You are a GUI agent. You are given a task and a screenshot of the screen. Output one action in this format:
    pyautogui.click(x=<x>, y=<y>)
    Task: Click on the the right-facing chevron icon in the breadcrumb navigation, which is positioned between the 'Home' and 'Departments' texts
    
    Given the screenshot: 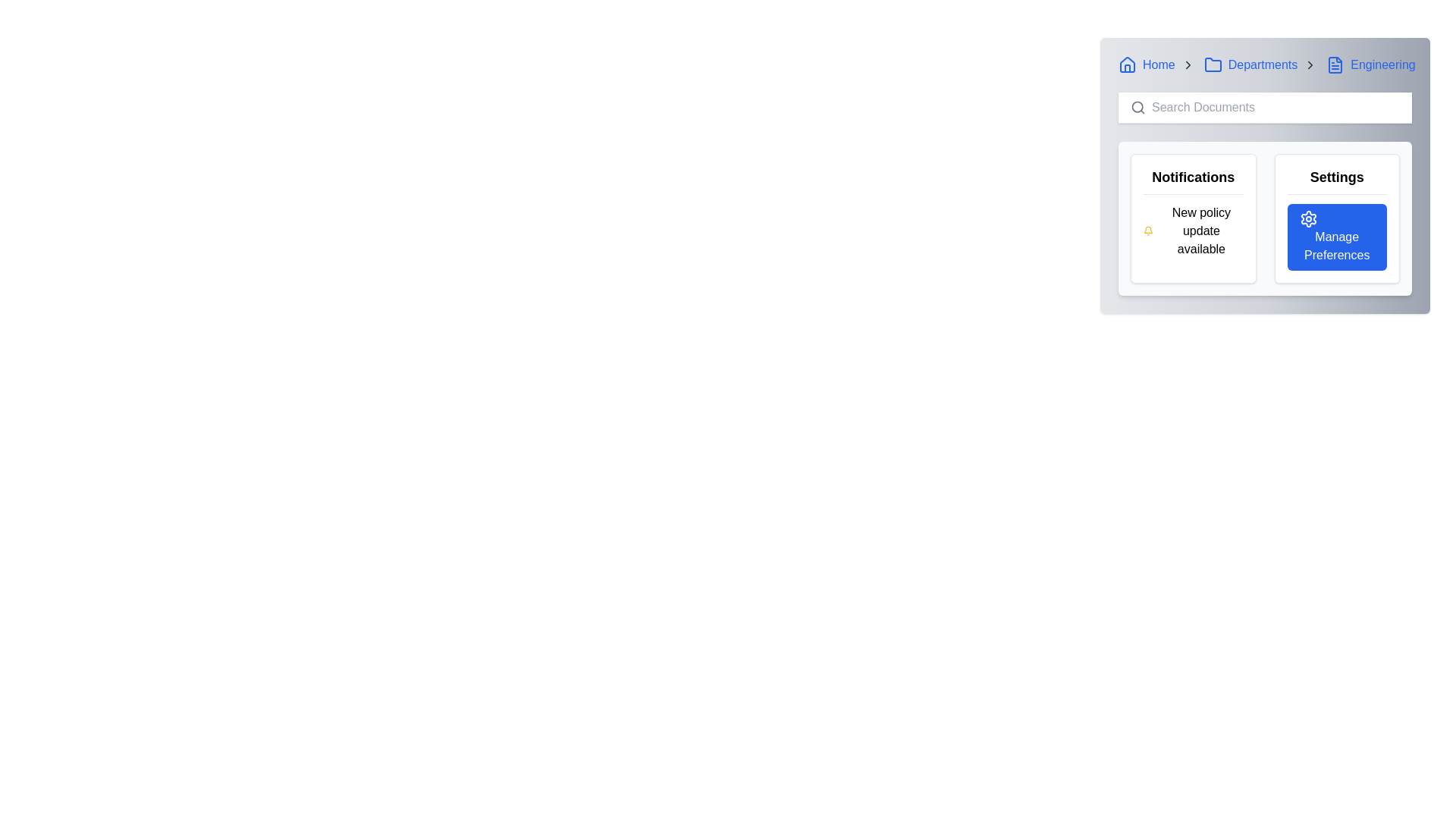 What is the action you would take?
    pyautogui.click(x=1187, y=64)
    